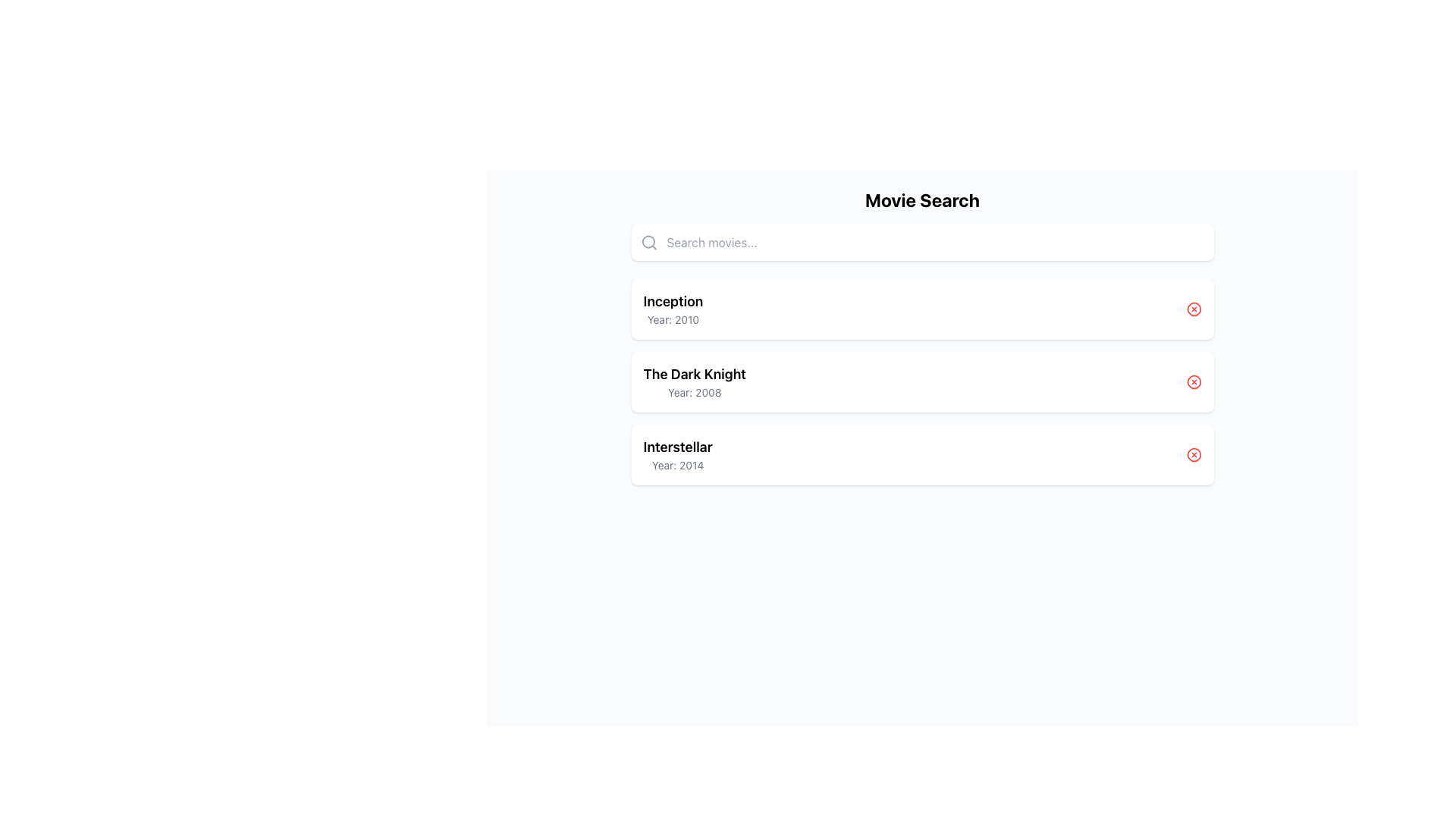  Describe the element at coordinates (694, 391) in the screenshot. I see `the static text element that displays 'Year: 2008', which is part of the movie entry for 'The Dark Knight'` at that location.